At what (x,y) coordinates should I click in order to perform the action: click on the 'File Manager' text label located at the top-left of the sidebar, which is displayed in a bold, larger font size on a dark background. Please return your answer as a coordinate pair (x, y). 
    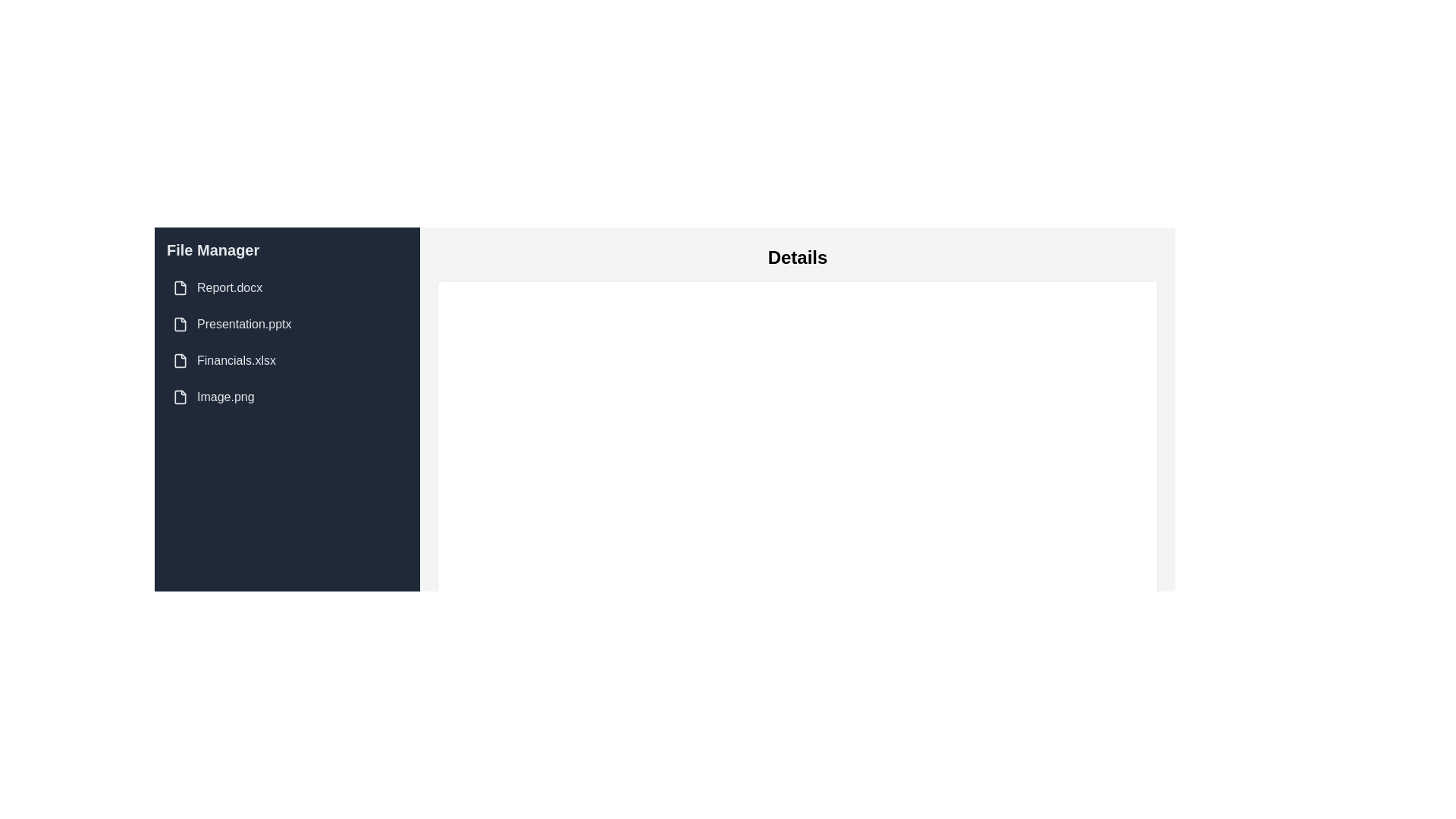
    Looking at the image, I should click on (212, 249).